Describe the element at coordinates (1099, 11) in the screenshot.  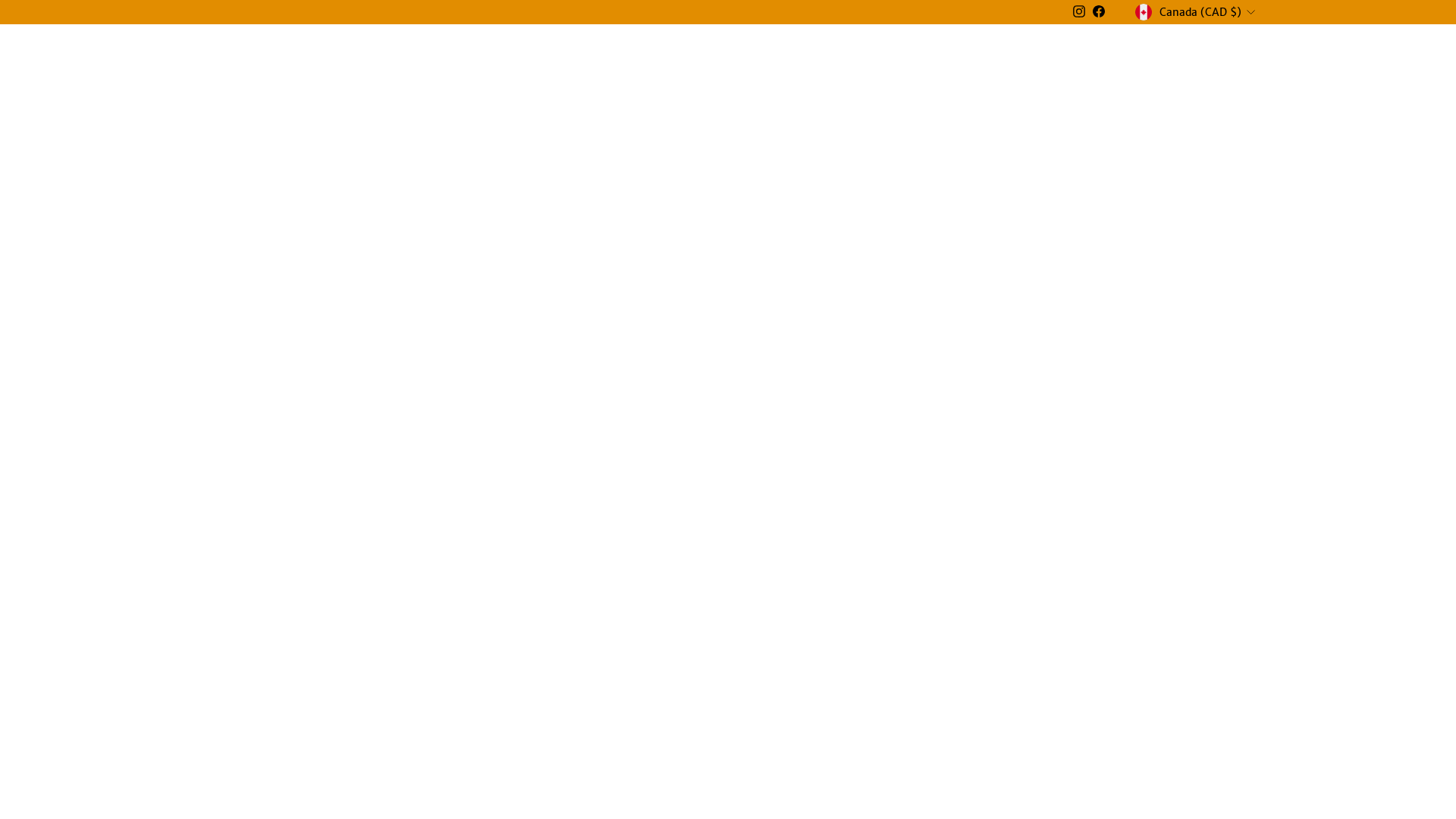
I see `'Facebook'` at that location.